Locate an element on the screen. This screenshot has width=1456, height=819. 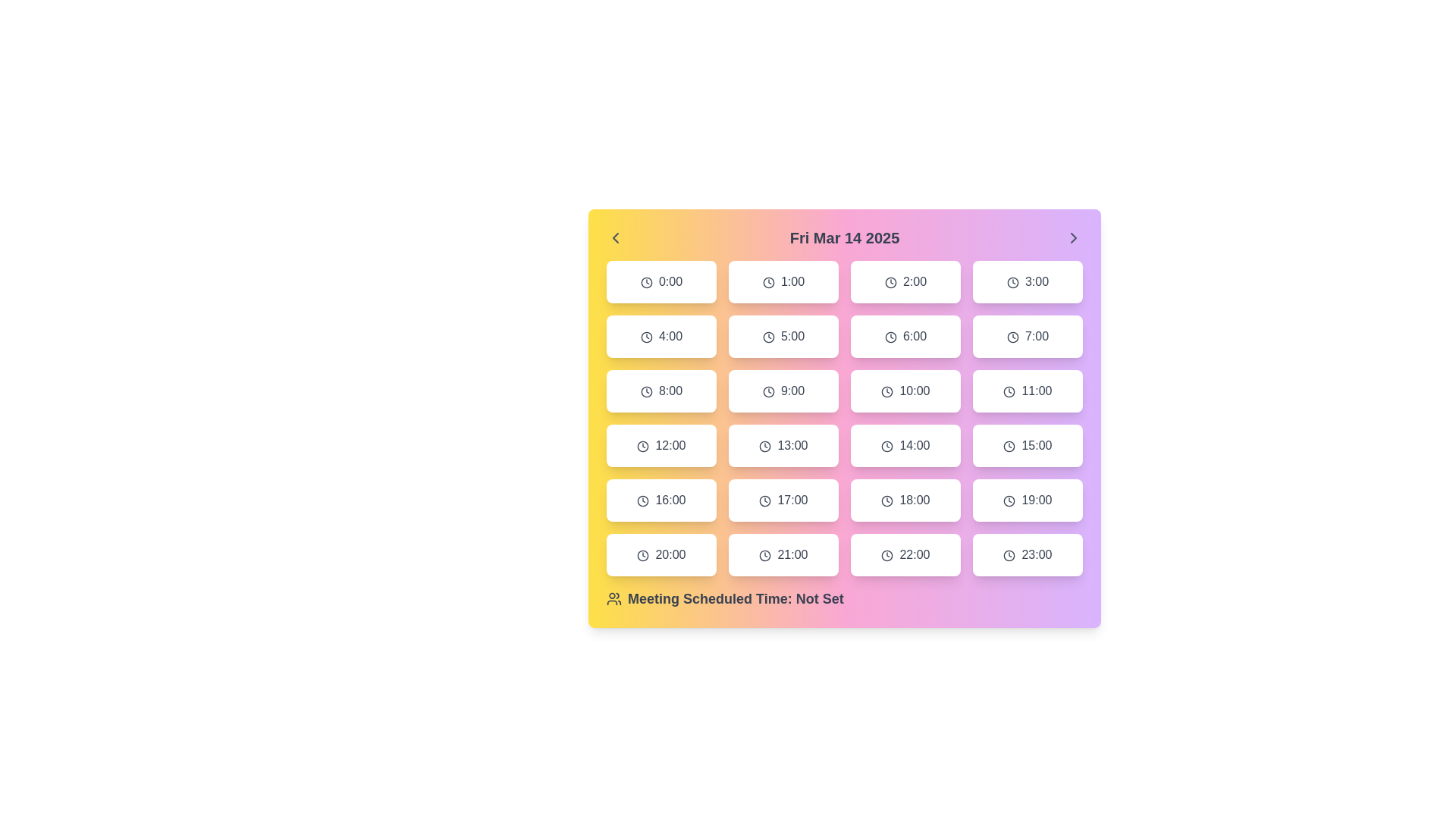
the time slot selector button located in the fifth column and fourth row of the grid is located at coordinates (661, 500).